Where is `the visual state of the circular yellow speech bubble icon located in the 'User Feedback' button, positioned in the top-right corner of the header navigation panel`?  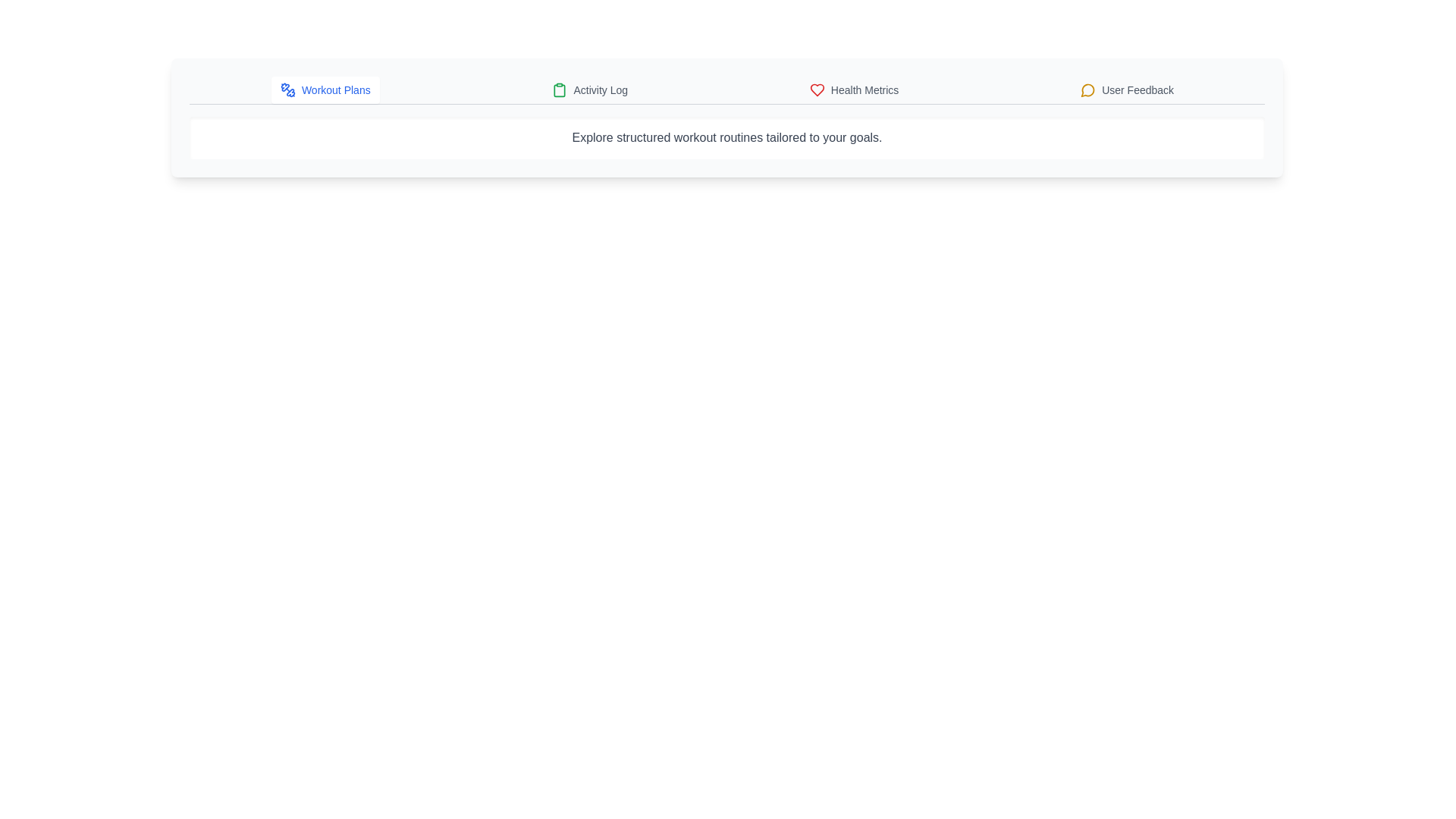
the visual state of the circular yellow speech bubble icon located in the 'User Feedback' button, positioned in the top-right corner of the header navigation panel is located at coordinates (1087, 90).